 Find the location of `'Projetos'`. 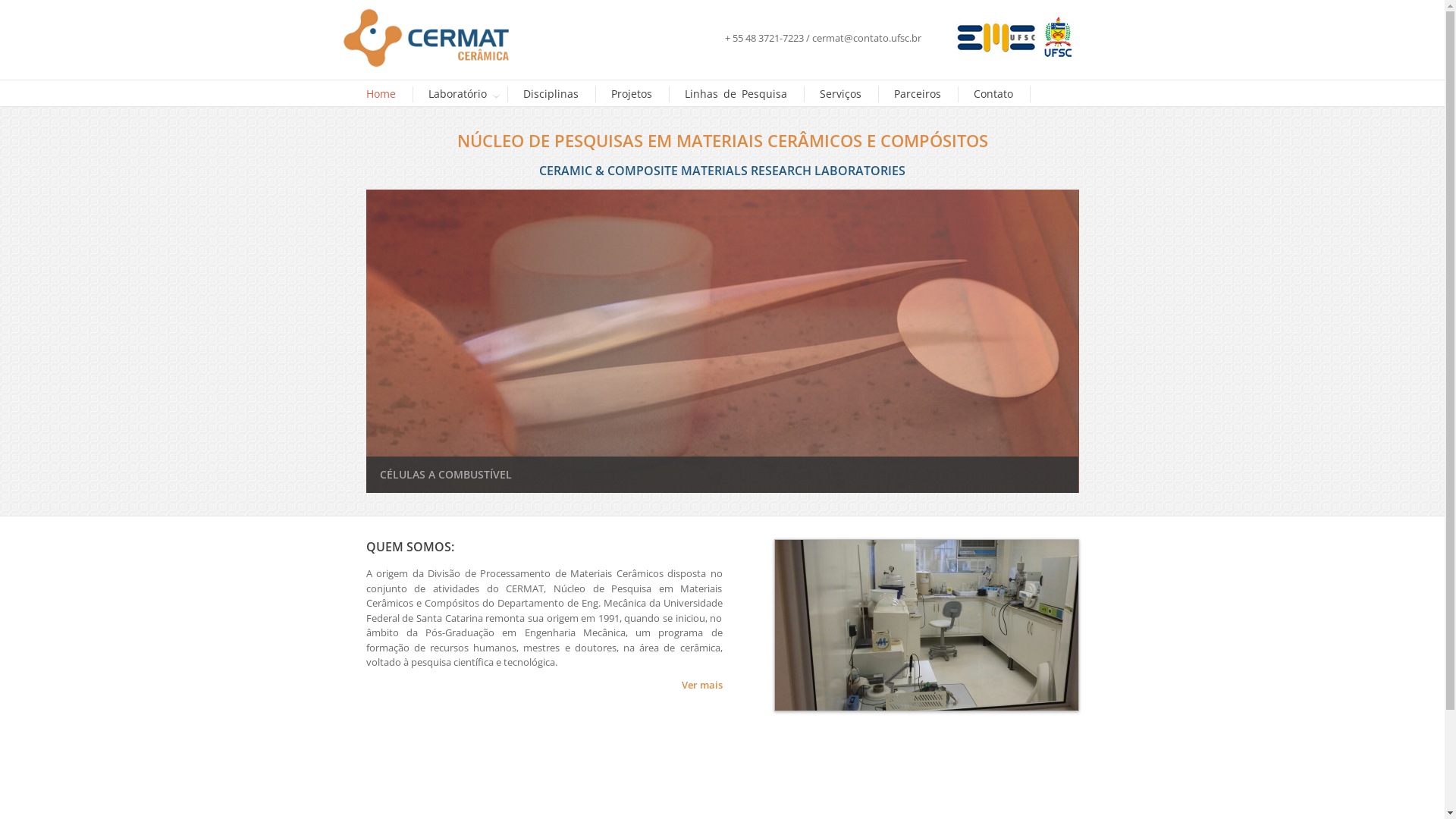

'Projetos' is located at coordinates (632, 93).